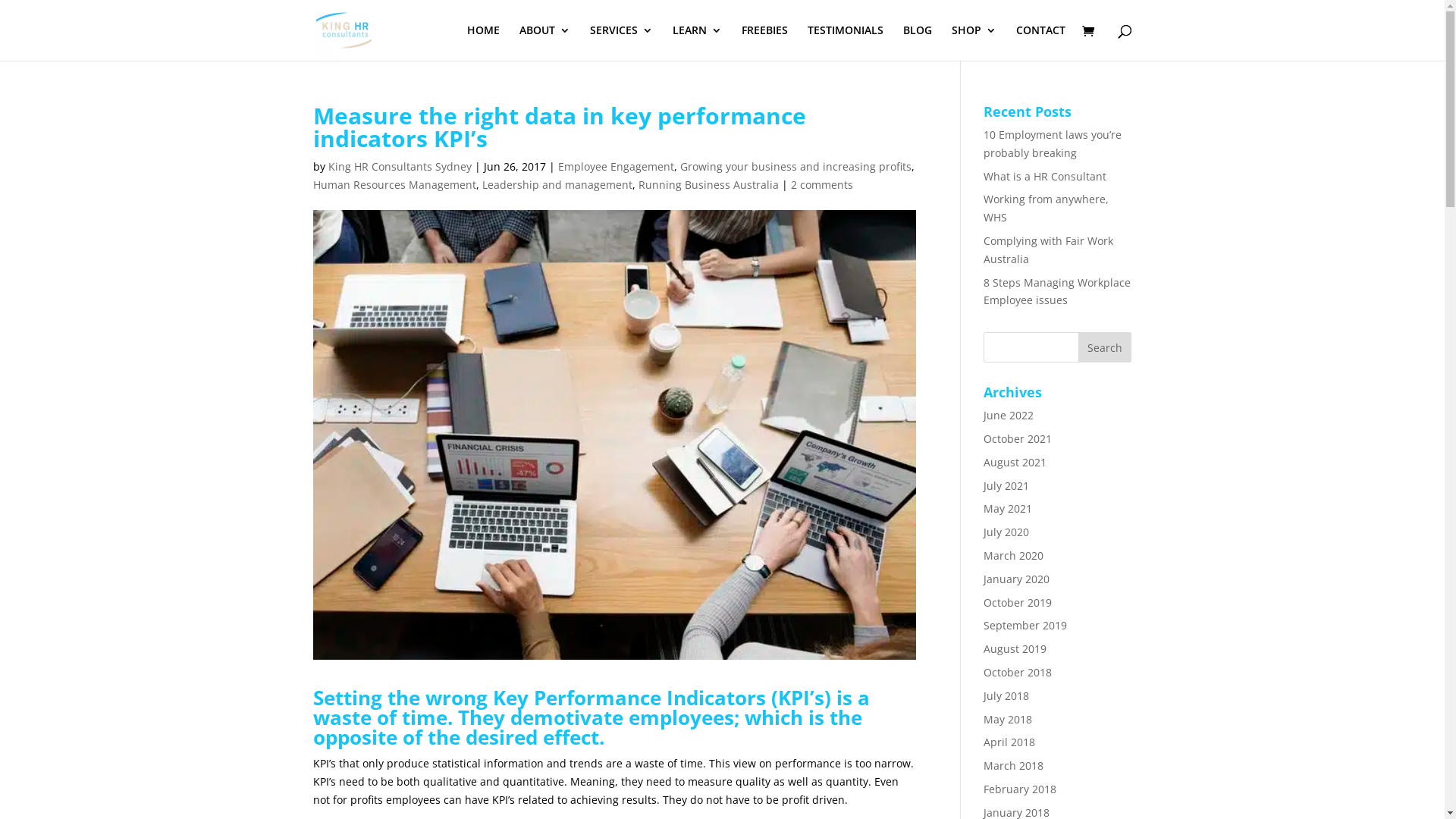  Describe the element at coordinates (1009, 741) in the screenshot. I see `'April 2018'` at that location.